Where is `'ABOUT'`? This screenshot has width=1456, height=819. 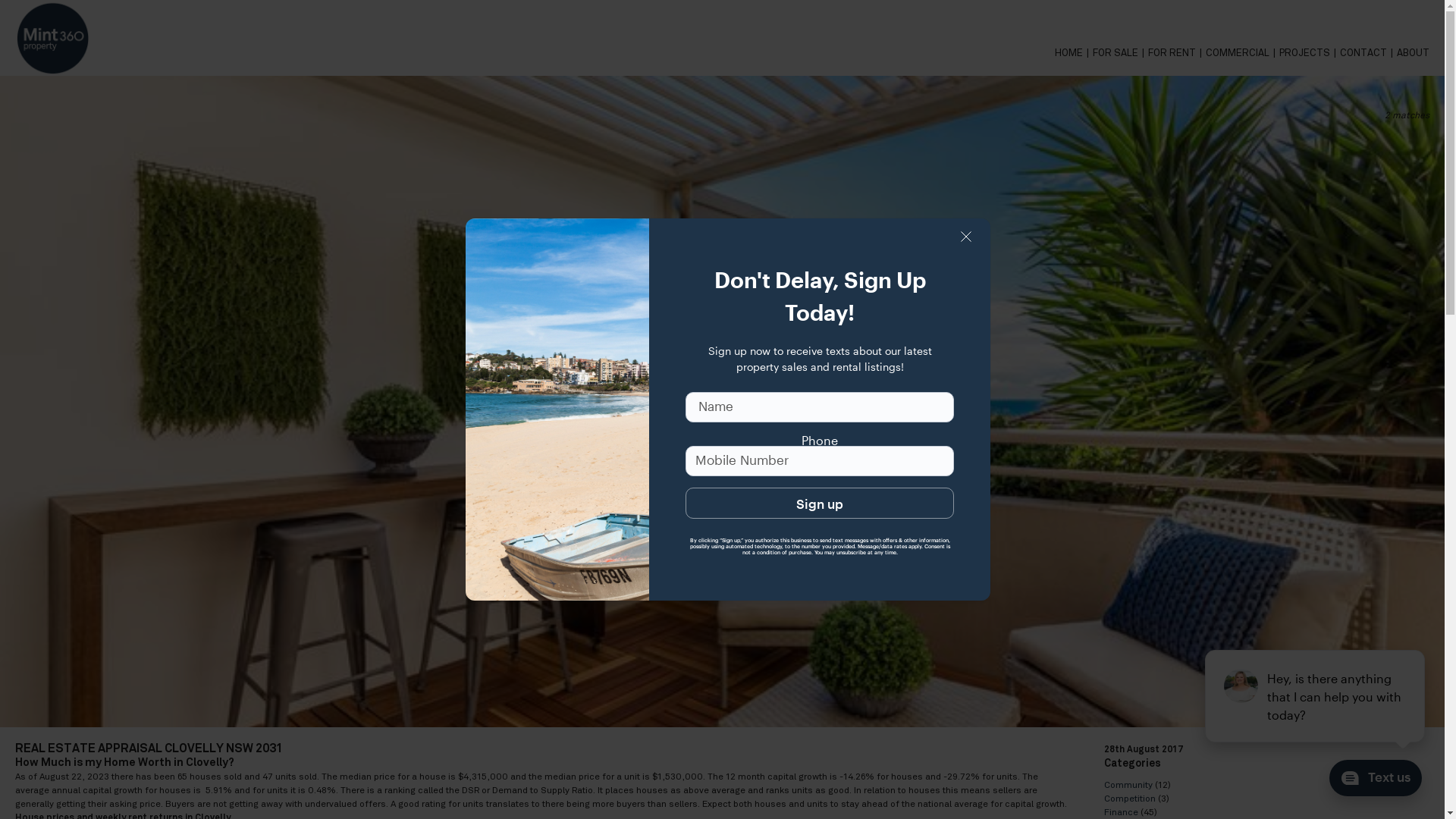
'ABOUT' is located at coordinates (1412, 52).